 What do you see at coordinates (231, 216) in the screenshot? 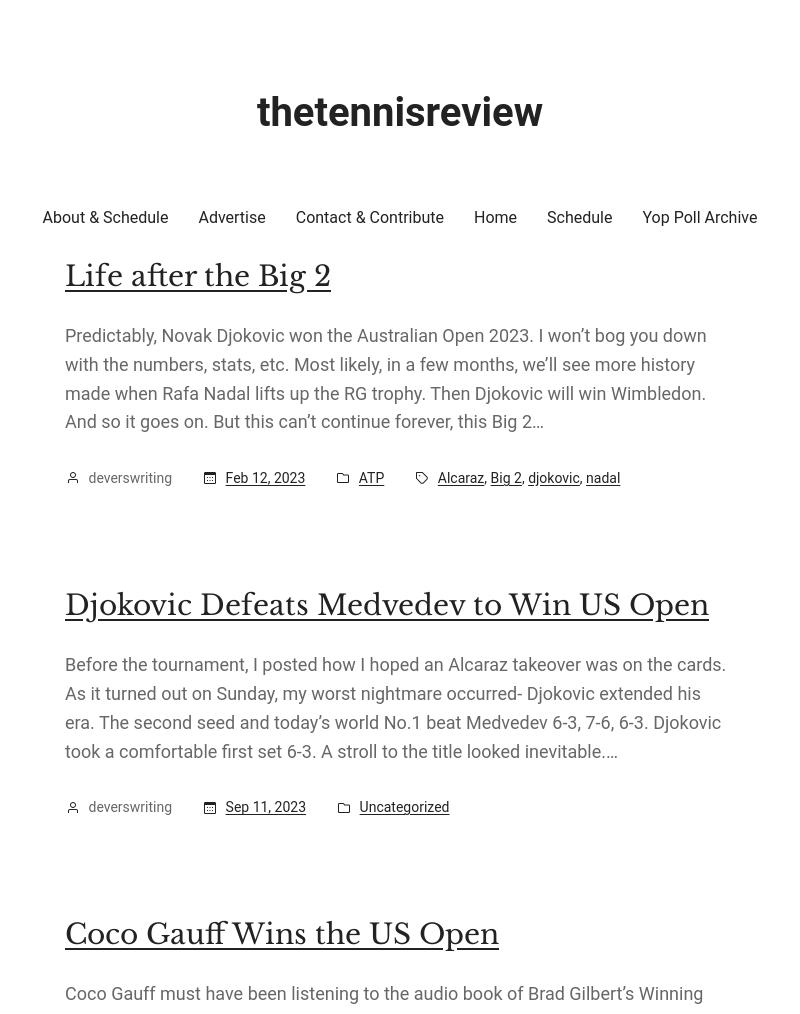
I see `'Advertise'` at bounding box center [231, 216].